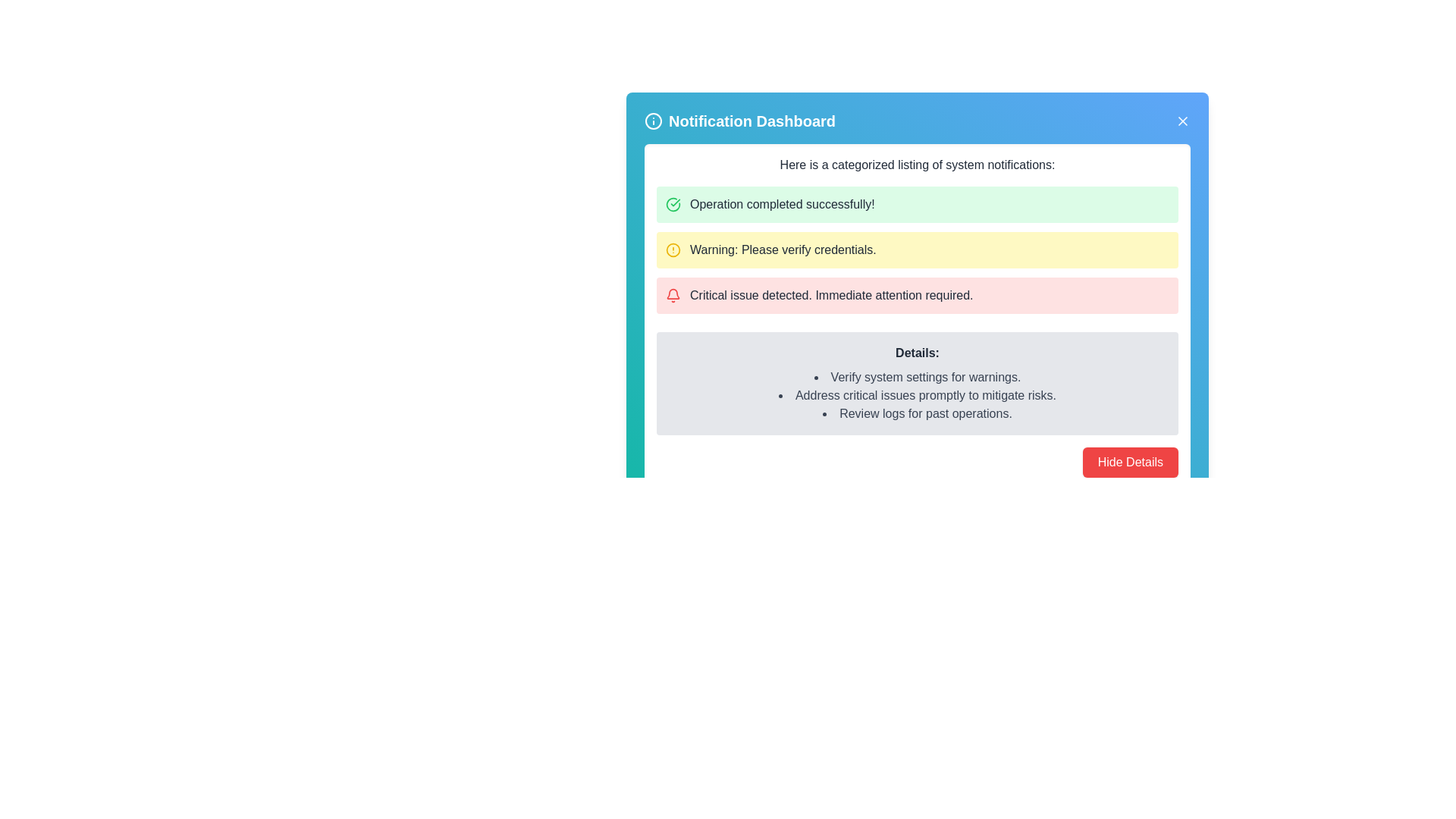 The width and height of the screenshot is (1456, 819). What do you see at coordinates (673, 295) in the screenshot?
I see `the red bell icon for alerts, which is located at the left side of the 'Critical issue detected. Immediate attention required.' alert panel in the notification dashboard` at bounding box center [673, 295].